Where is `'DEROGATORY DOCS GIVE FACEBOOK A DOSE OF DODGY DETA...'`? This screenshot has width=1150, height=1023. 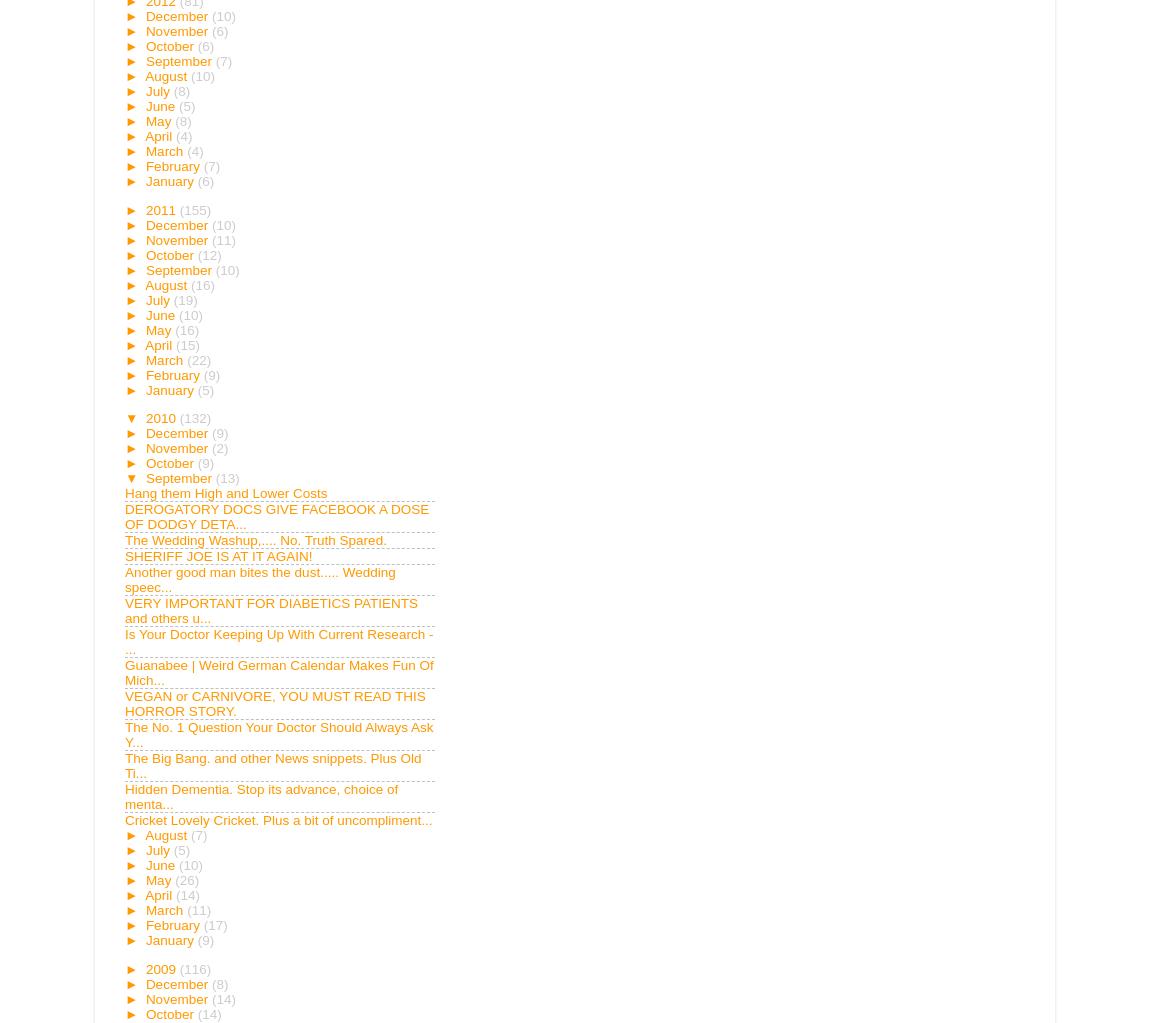
'DEROGATORY DOCS GIVE FACEBOOK A DOSE OF DODGY DETA...' is located at coordinates (124, 516).